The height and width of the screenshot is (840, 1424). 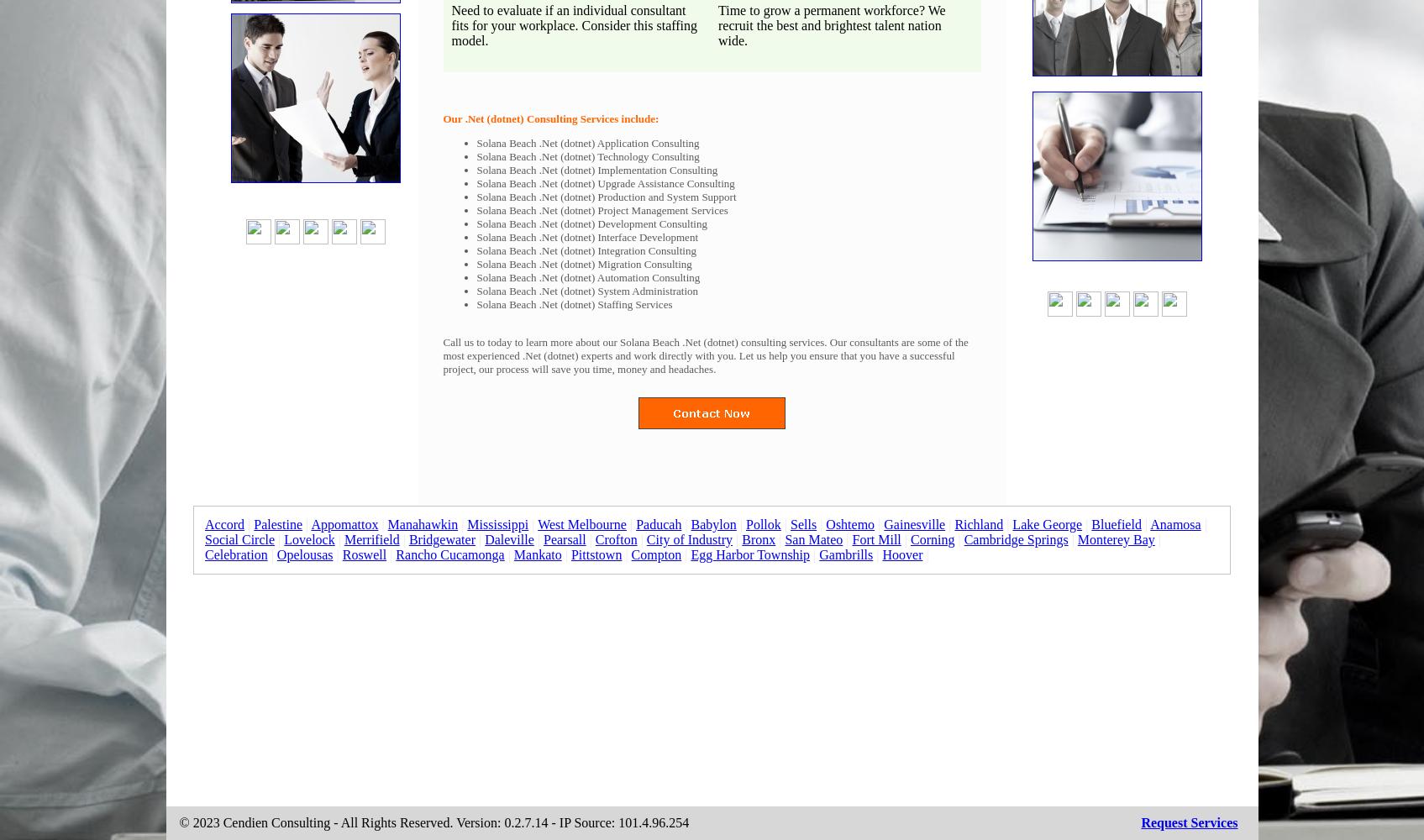 I want to click on 'Oshtemo', so click(x=849, y=523).